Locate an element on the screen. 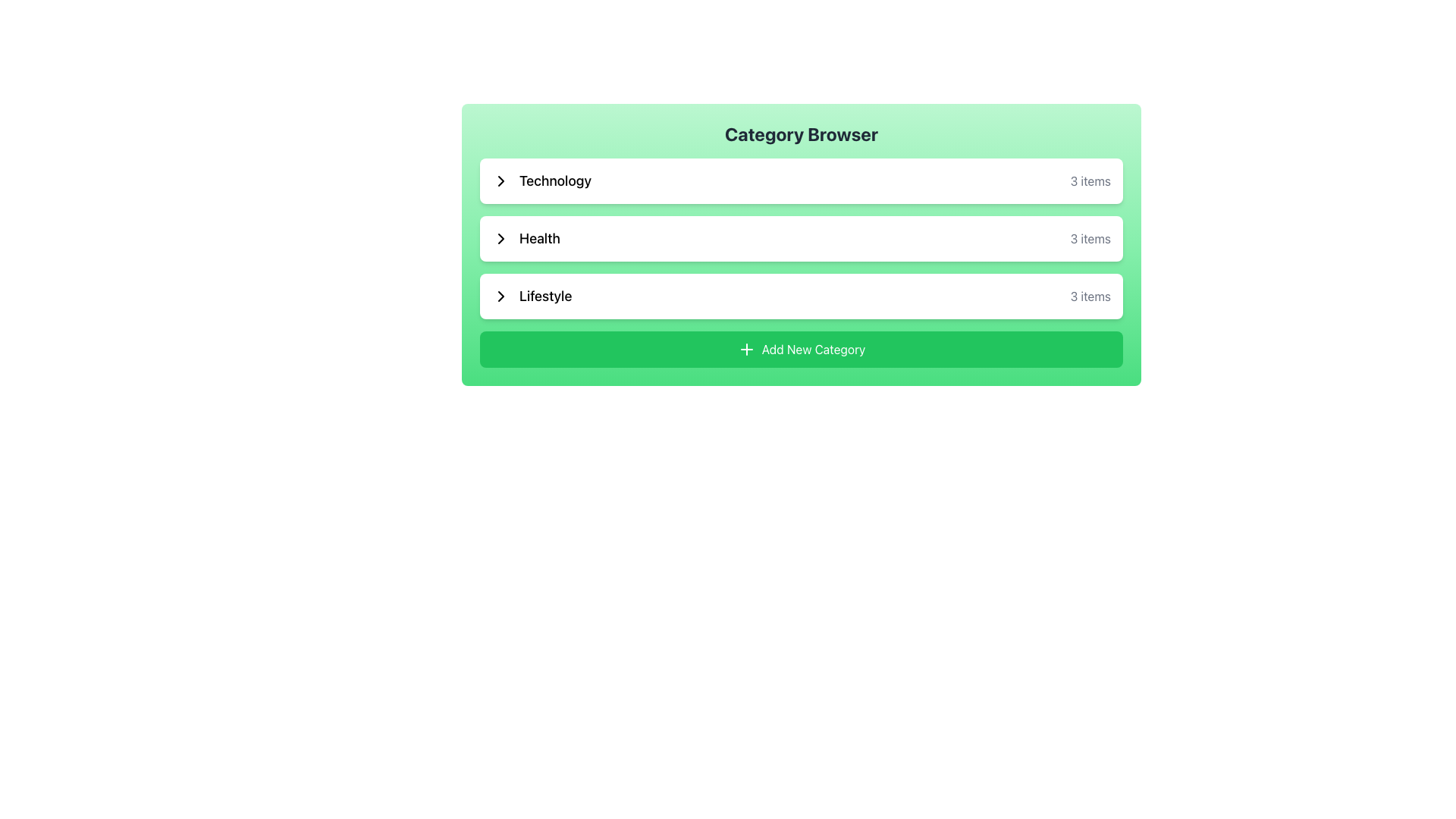 Image resolution: width=1456 pixels, height=819 pixels. the third card in the vertical list under 'Category Browser' is located at coordinates (800, 296).